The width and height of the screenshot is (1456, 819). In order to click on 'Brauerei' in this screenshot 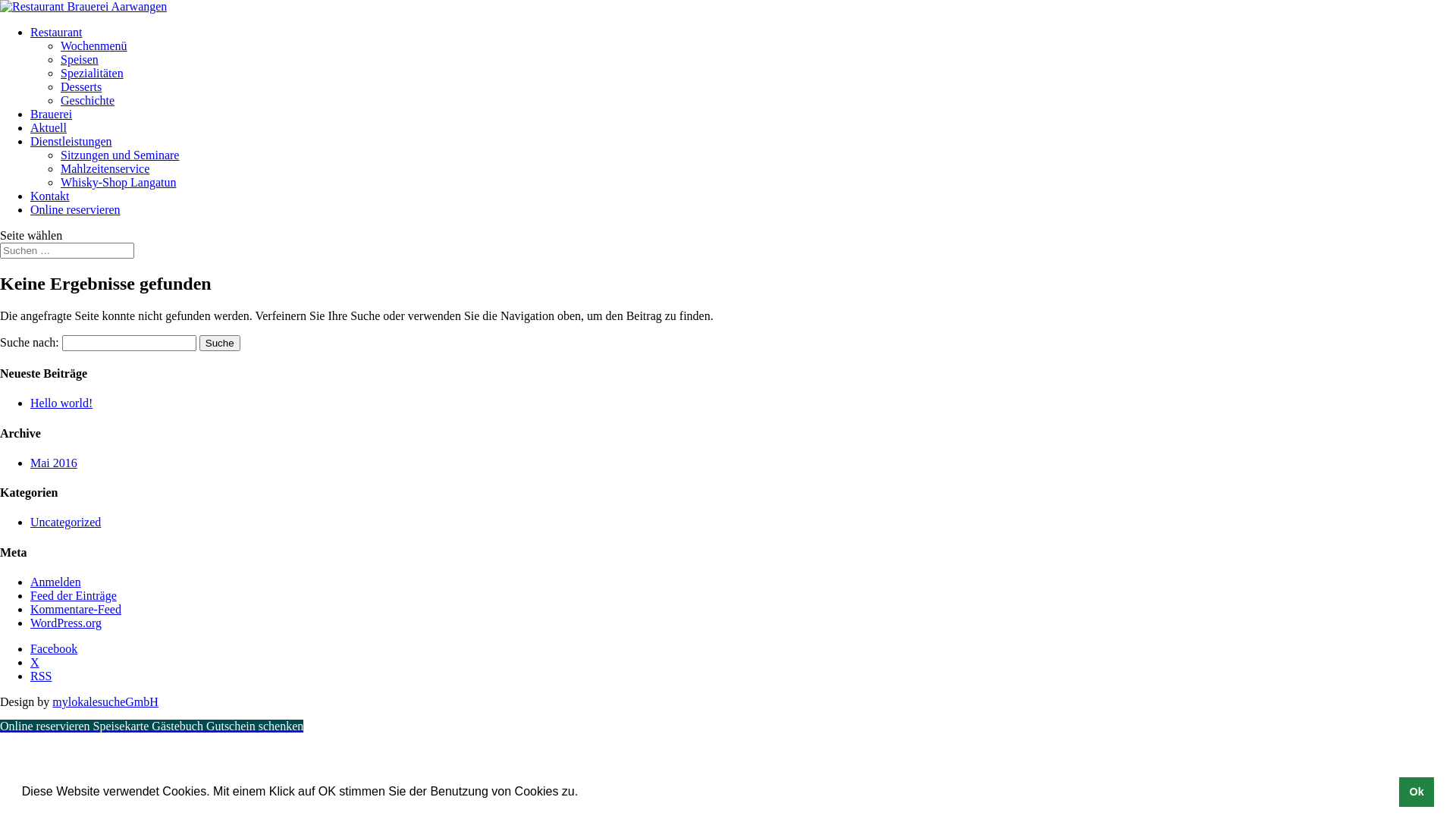, I will do `click(51, 113)`.